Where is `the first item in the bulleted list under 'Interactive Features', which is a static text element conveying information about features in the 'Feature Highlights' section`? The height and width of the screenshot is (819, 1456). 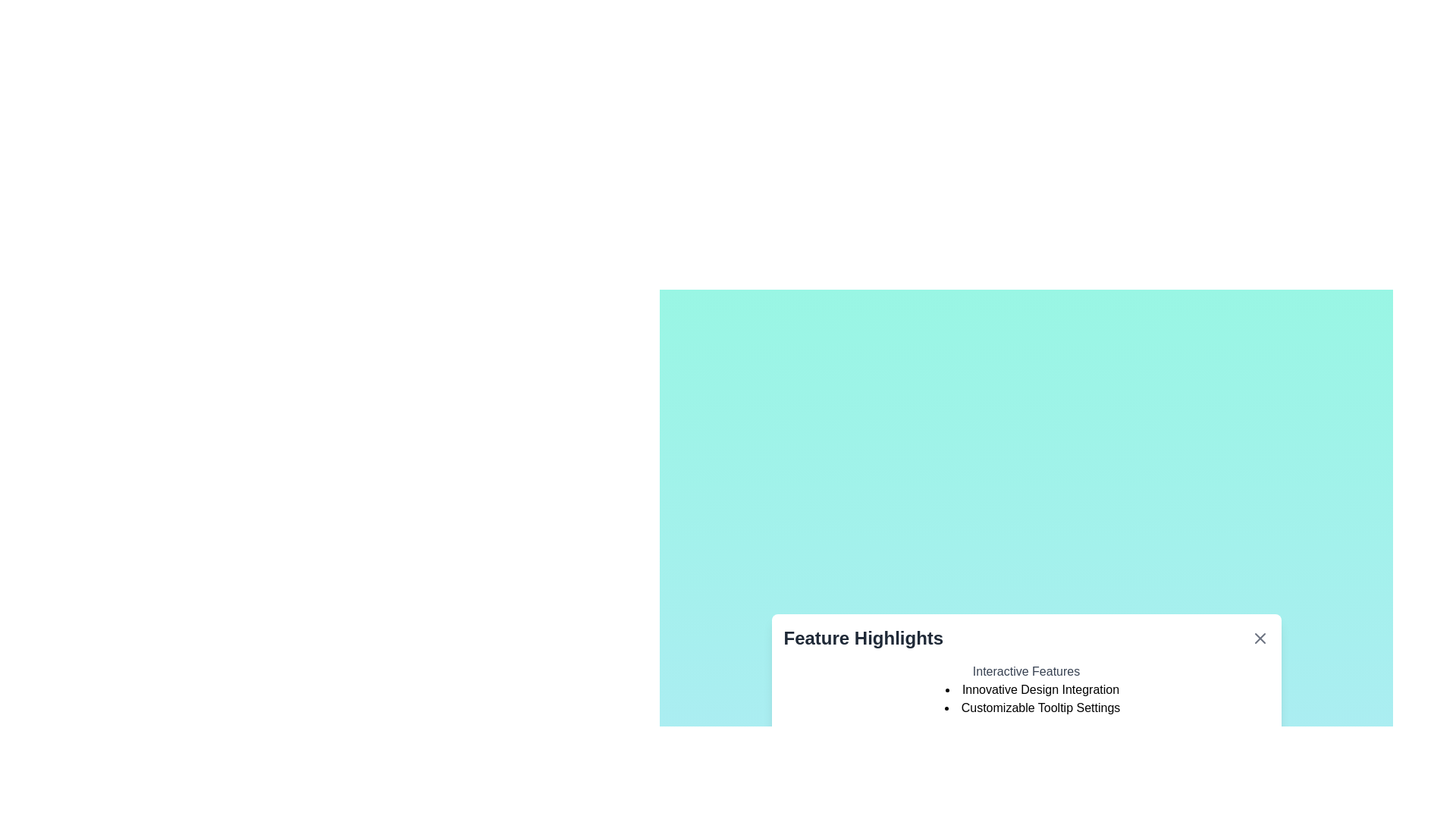 the first item in the bulleted list under 'Interactive Features', which is a static text element conveying information about features in the 'Feature Highlights' section is located at coordinates (1031, 690).